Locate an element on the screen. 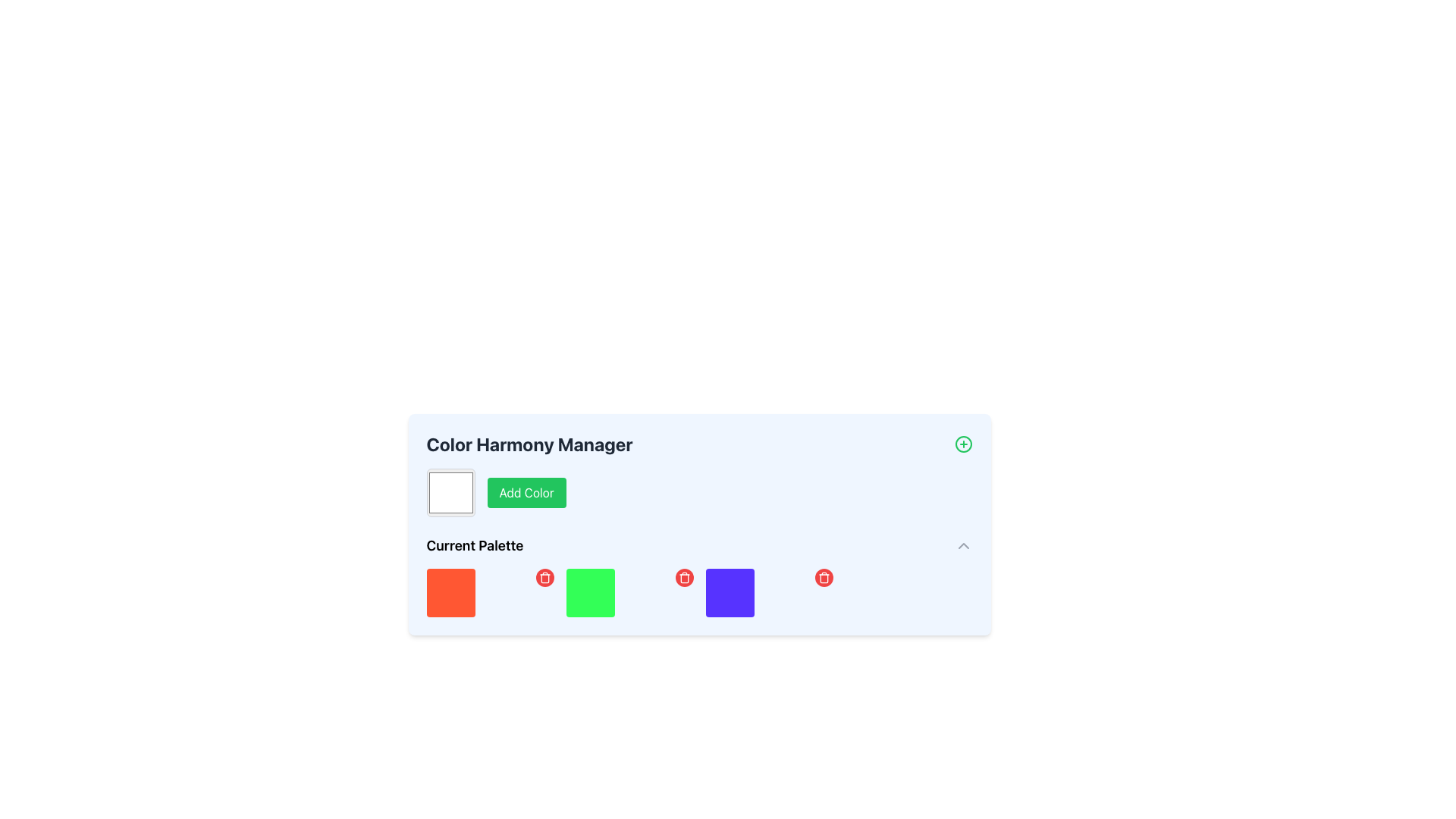  the 'Add Color' button located to the right of the color picker button in the 'Color Harmony Manager' section by clicking it is located at coordinates (526, 493).